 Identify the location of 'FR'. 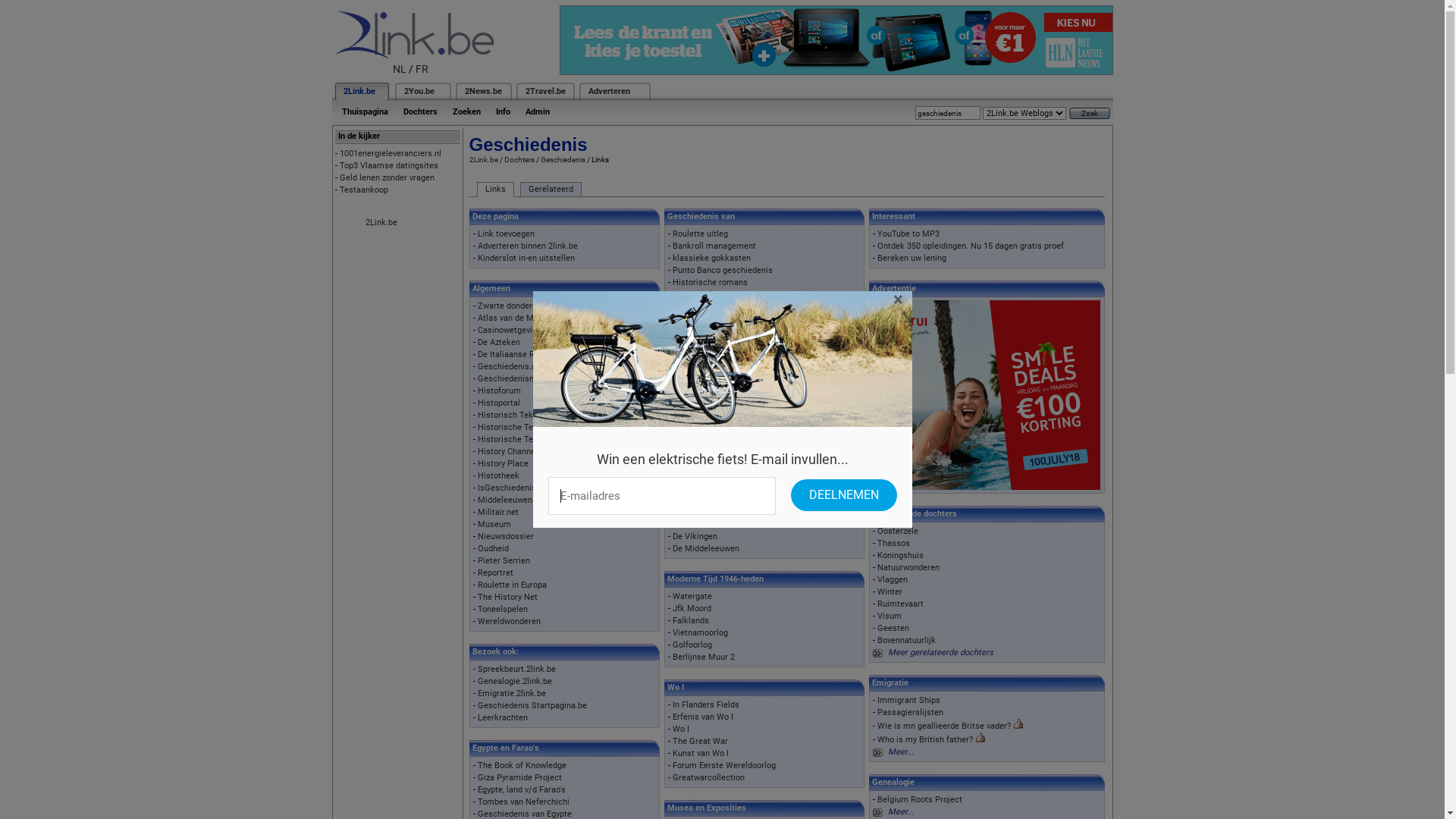
(415, 69).